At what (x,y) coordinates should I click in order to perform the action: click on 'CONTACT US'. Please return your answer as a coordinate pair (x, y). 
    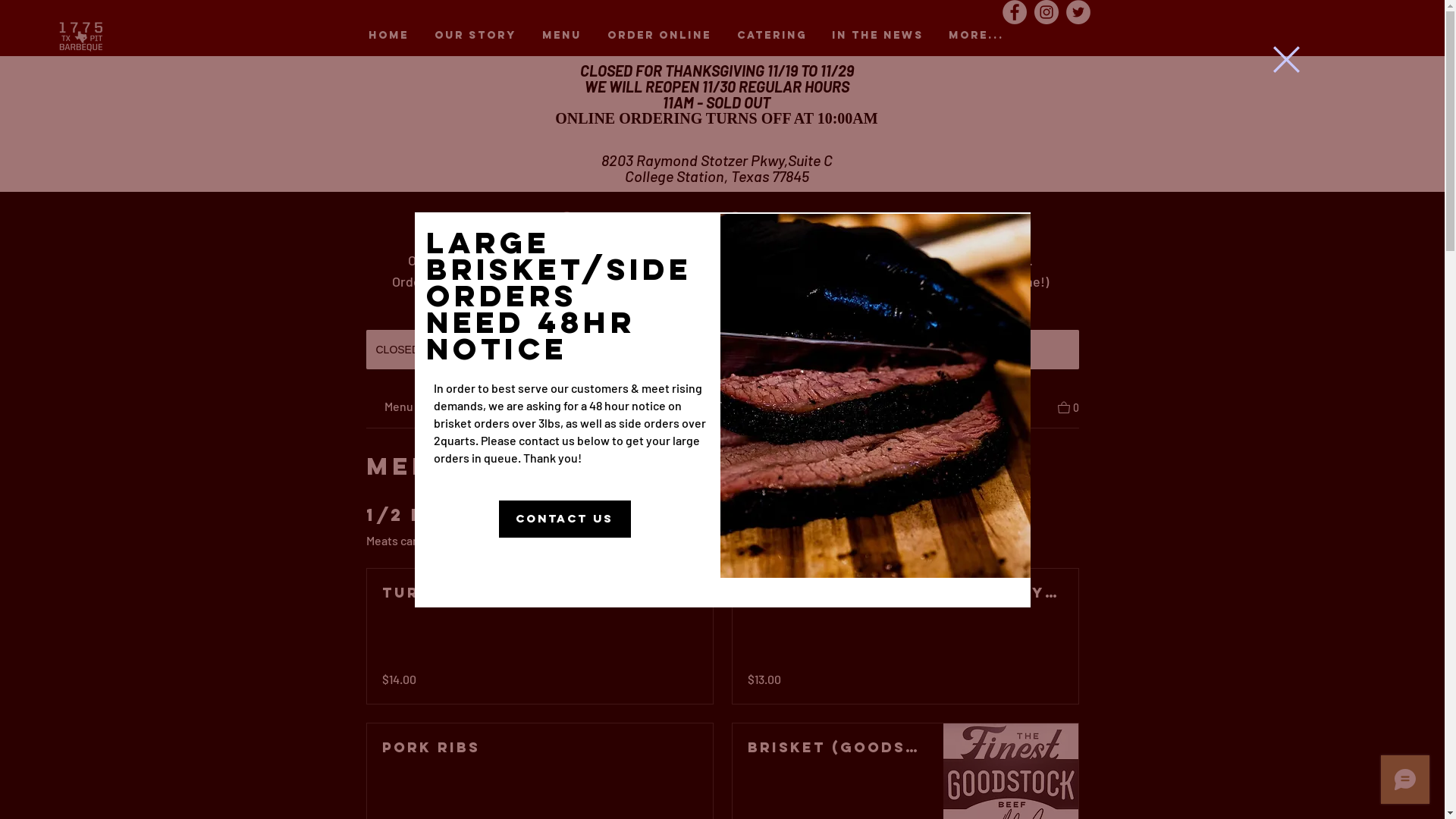
    Looking at the image, I should click on (563, 518).